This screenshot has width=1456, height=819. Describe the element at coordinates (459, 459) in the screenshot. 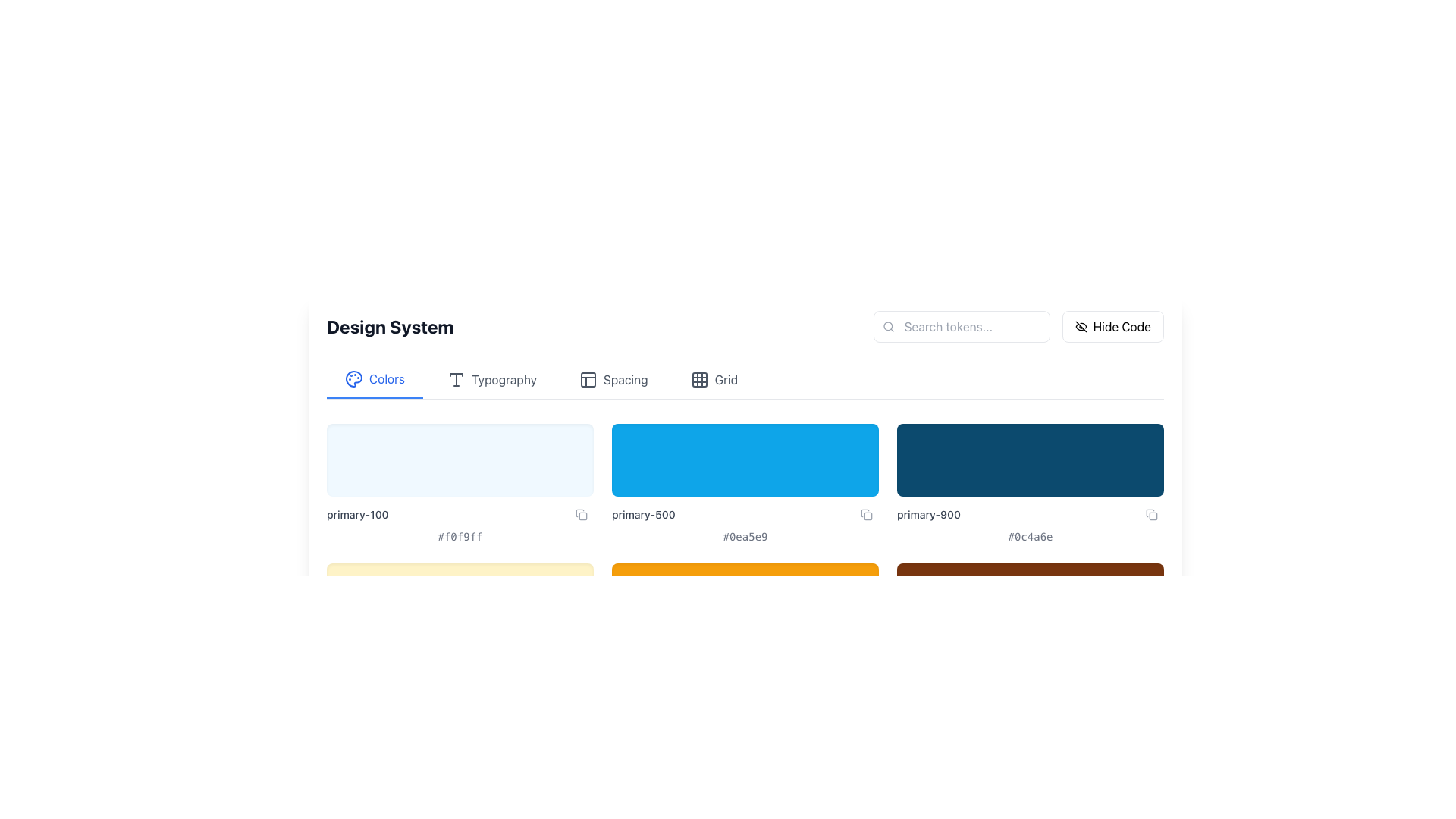

I see `the visual color swatch component representing the Primary-100 color` at that location.